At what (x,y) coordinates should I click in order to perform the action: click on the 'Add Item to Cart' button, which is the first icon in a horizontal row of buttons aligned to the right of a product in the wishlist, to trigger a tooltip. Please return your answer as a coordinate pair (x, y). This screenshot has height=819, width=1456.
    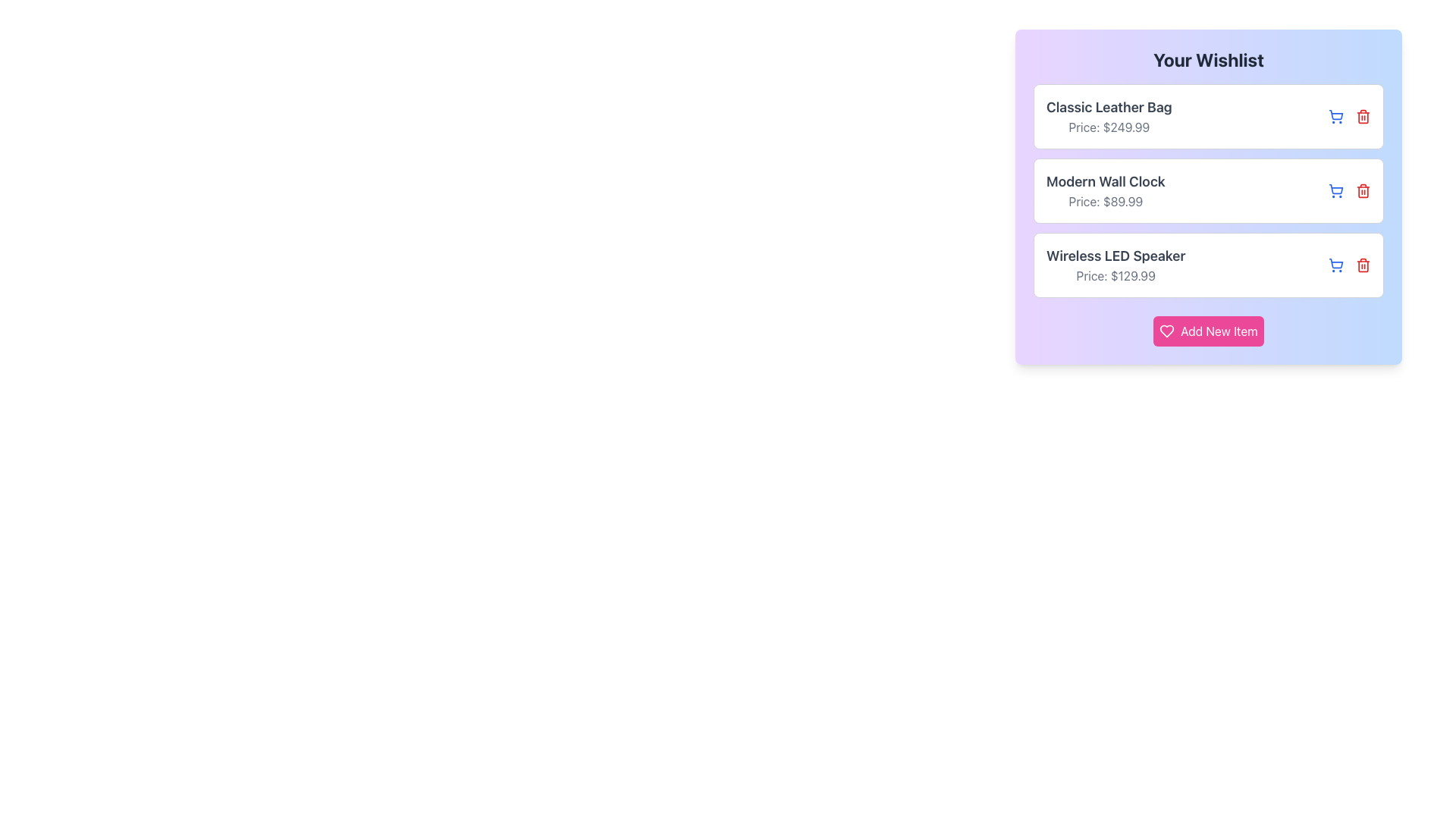
    Looking at the image, I should click on (1335, 265).